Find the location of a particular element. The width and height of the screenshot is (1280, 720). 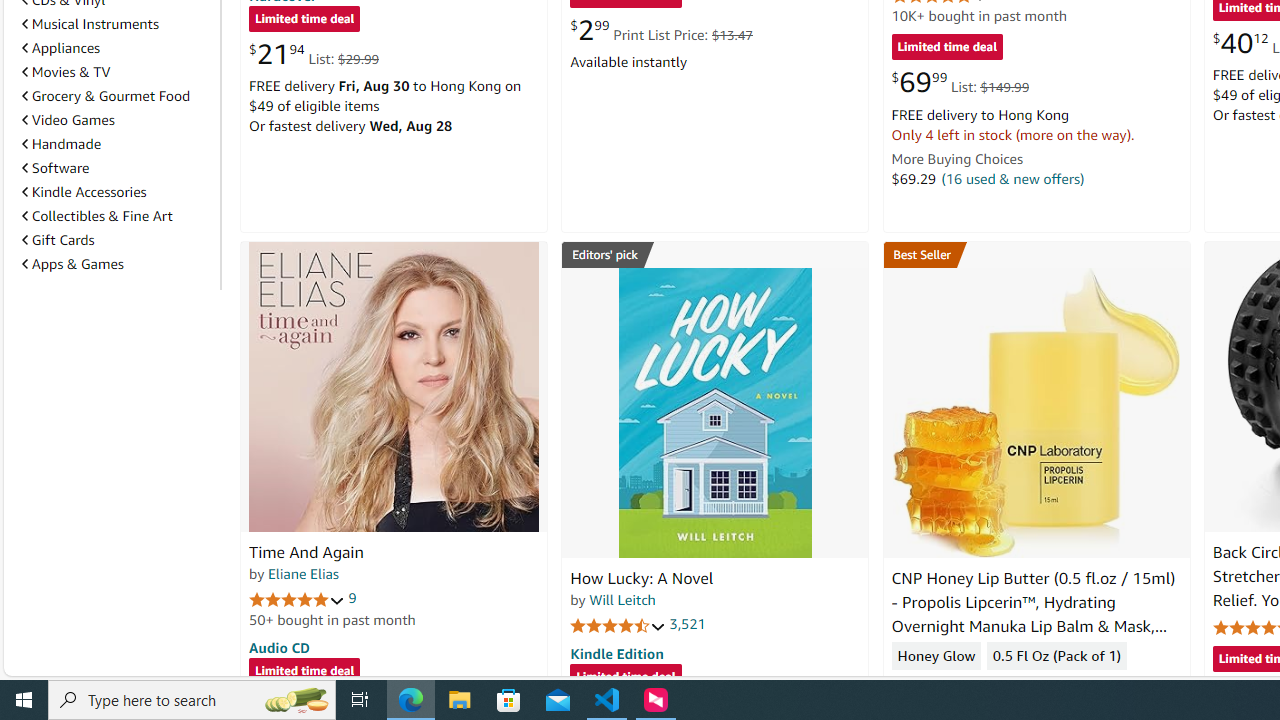

'Audio CD' is located at coordinates (278, 647).